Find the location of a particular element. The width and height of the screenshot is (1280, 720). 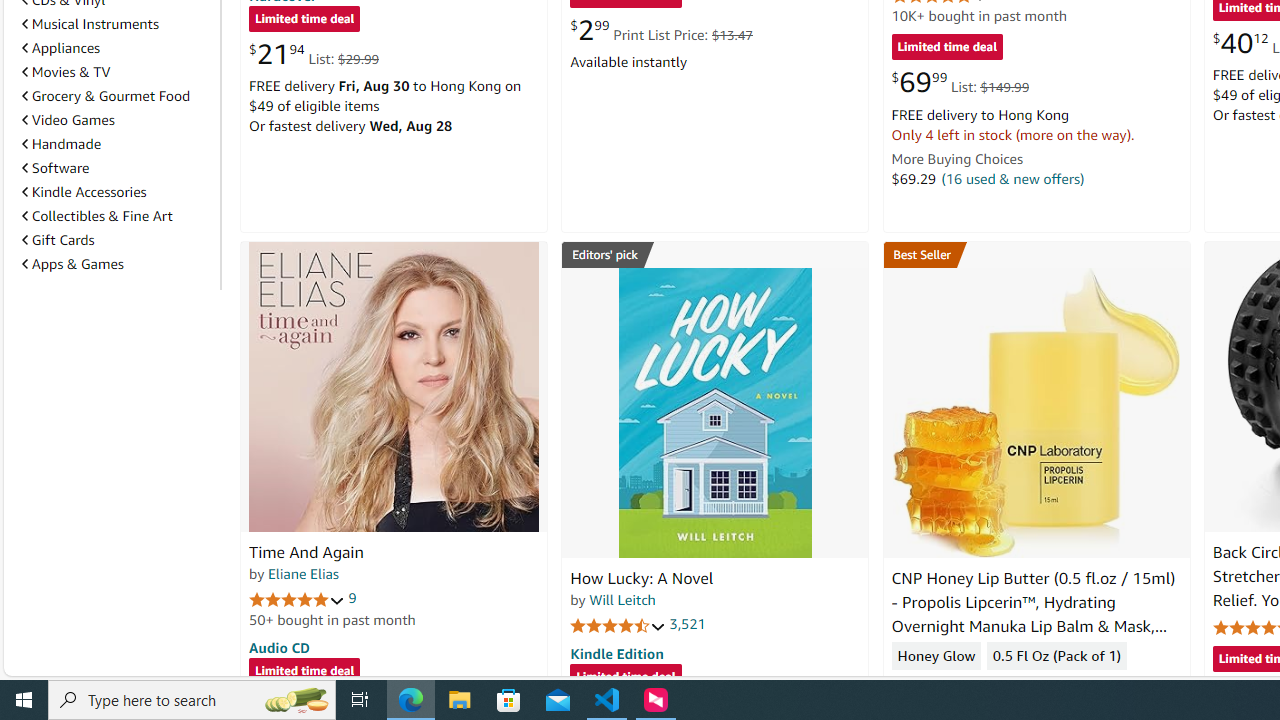

'Audio CD' is located at coordinates (278, 647).